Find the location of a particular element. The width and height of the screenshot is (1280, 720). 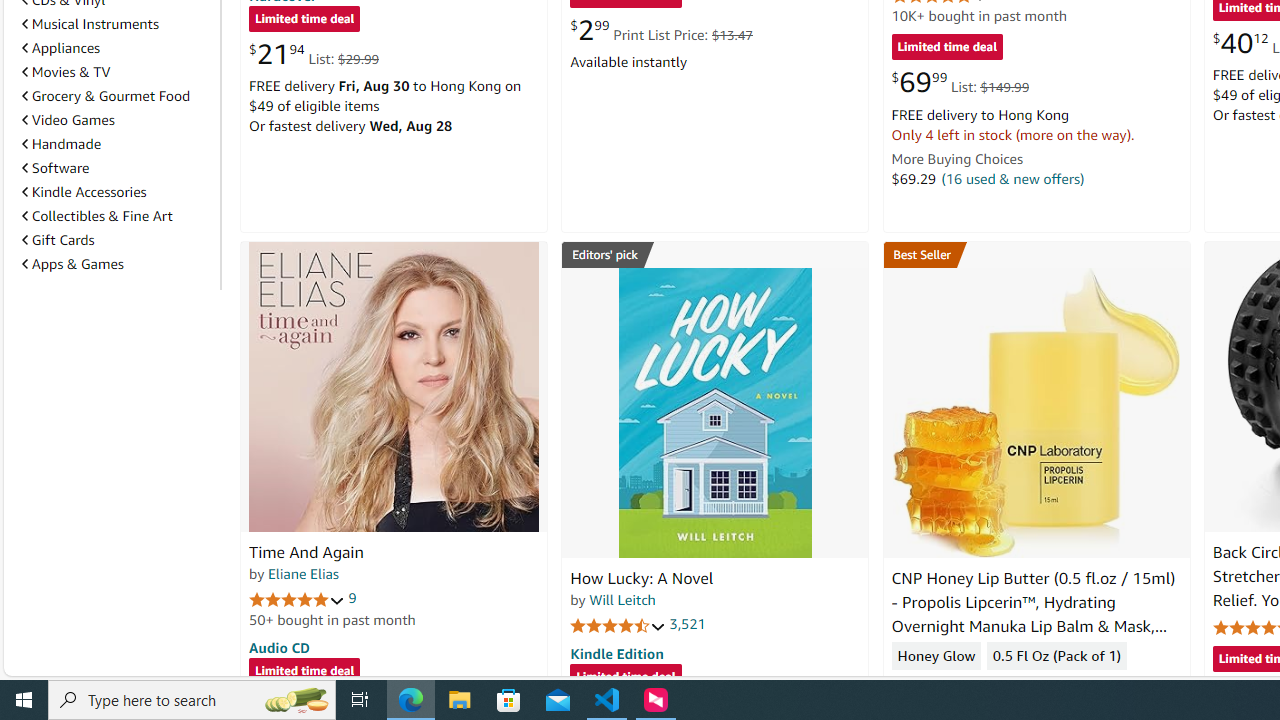

'Audio CD' is located at coordinates (278, 647).